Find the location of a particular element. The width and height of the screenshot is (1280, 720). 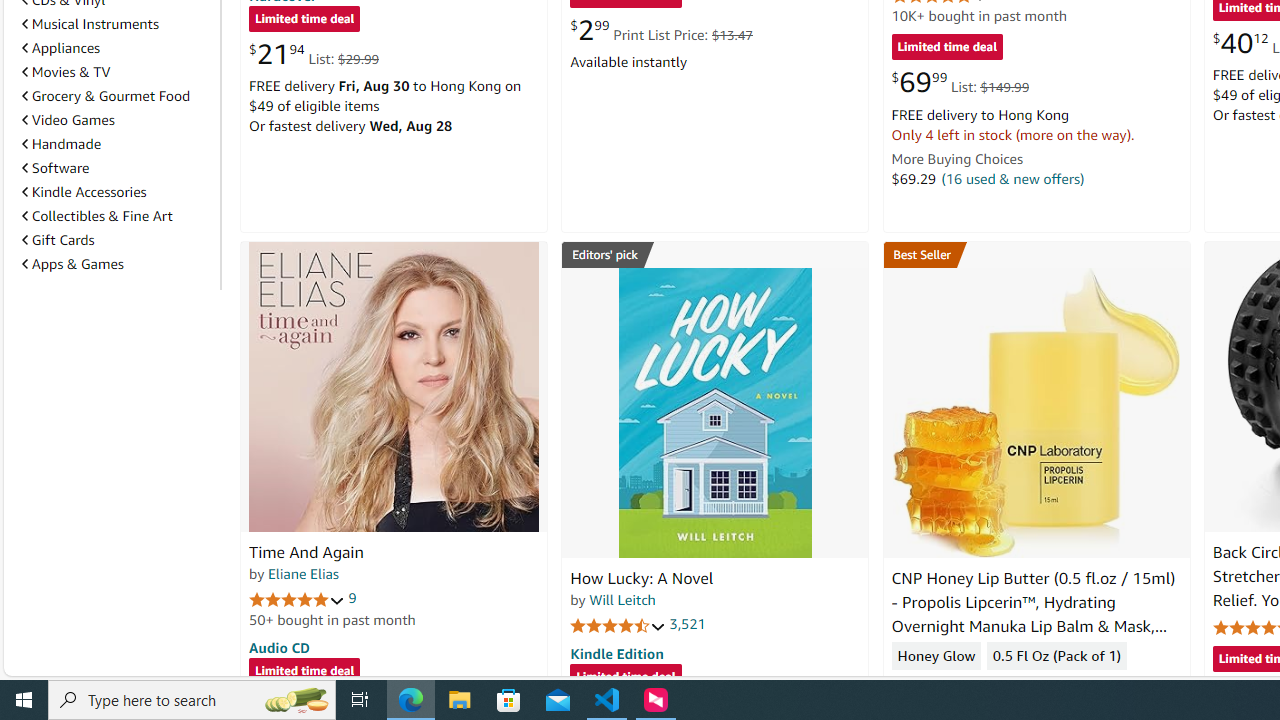

'Audio CD' is located at coordinates (278, 647).